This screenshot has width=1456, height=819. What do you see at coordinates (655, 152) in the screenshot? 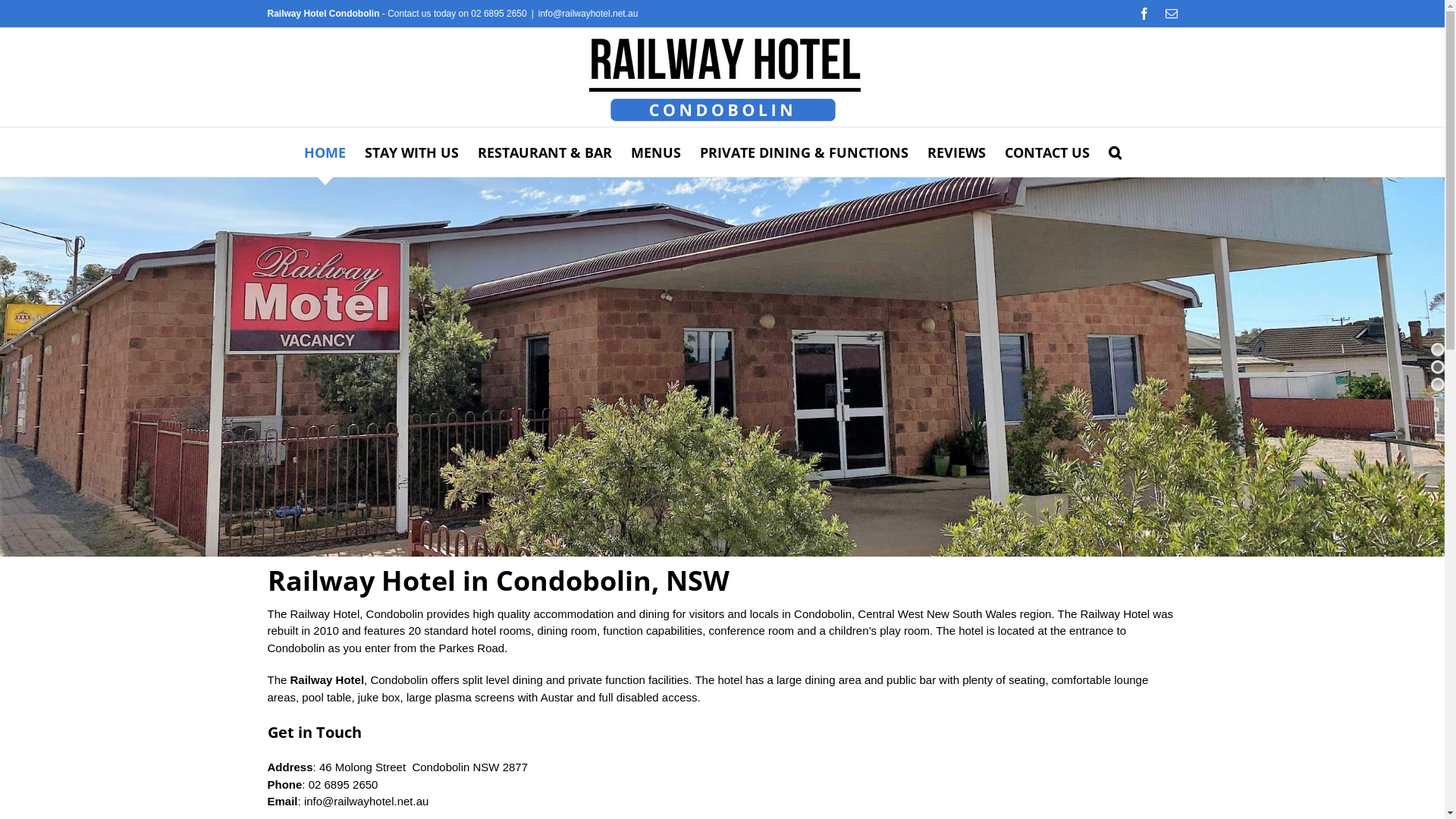
I see `'MENUS'` at bounding box center [655, 152].